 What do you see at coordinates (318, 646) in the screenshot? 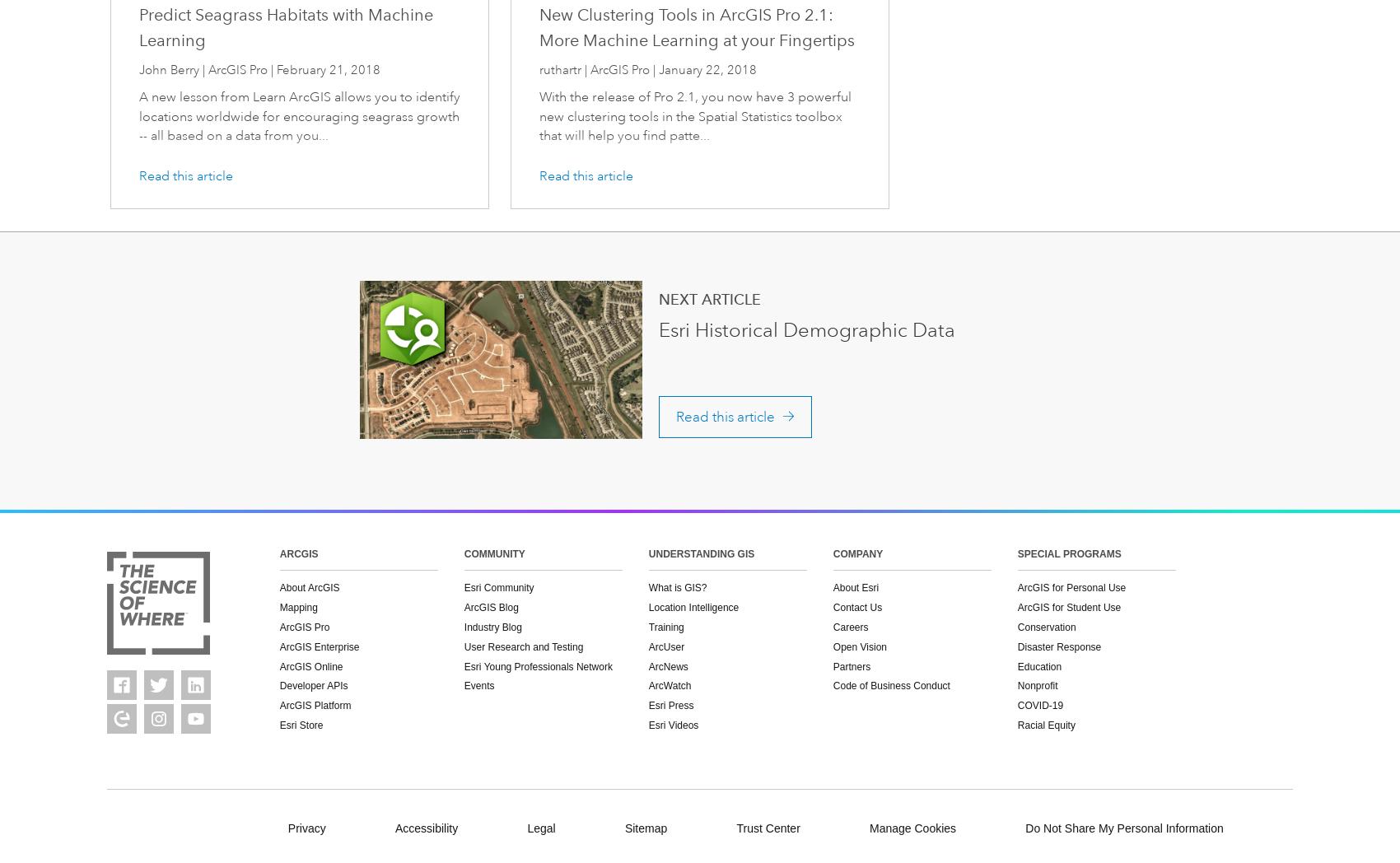
I see `'ArcGIS Enterprise'` at bounding box center [318, 646].